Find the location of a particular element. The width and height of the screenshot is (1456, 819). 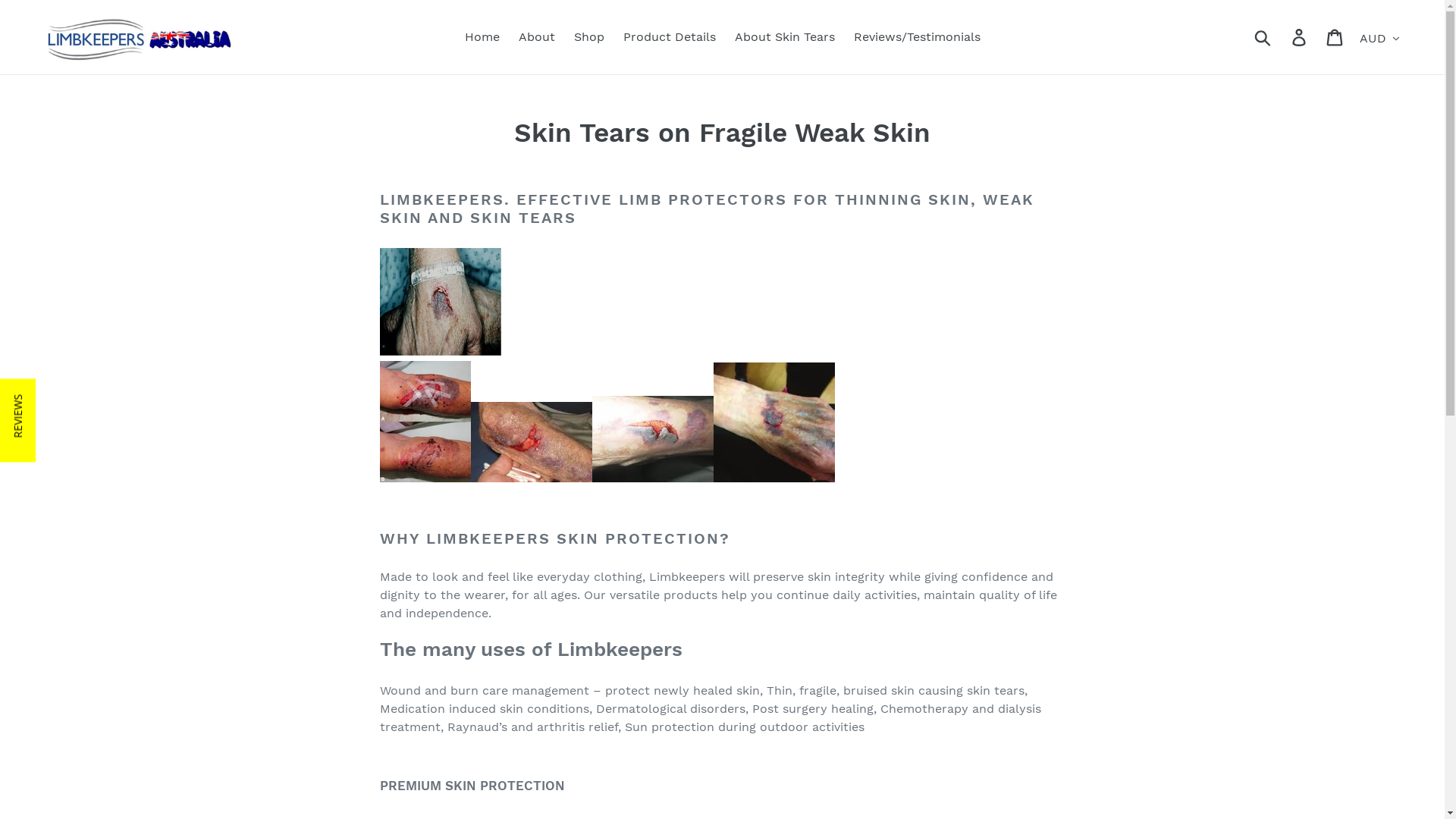

'Reviews/Testimonials' is located at coordinates (916, 36).